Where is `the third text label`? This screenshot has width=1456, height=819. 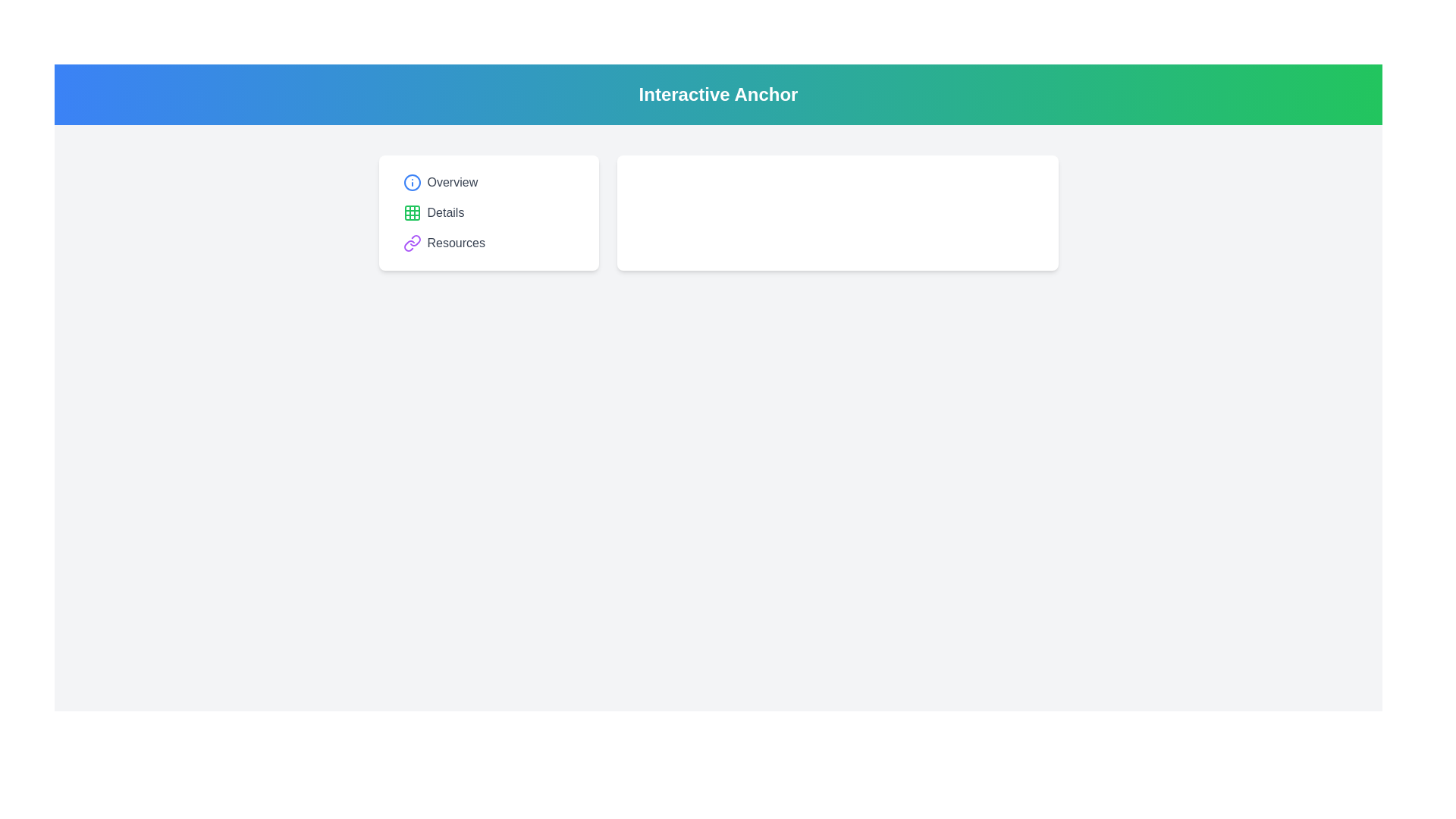 the third text label is located at coordinates (455, 242).